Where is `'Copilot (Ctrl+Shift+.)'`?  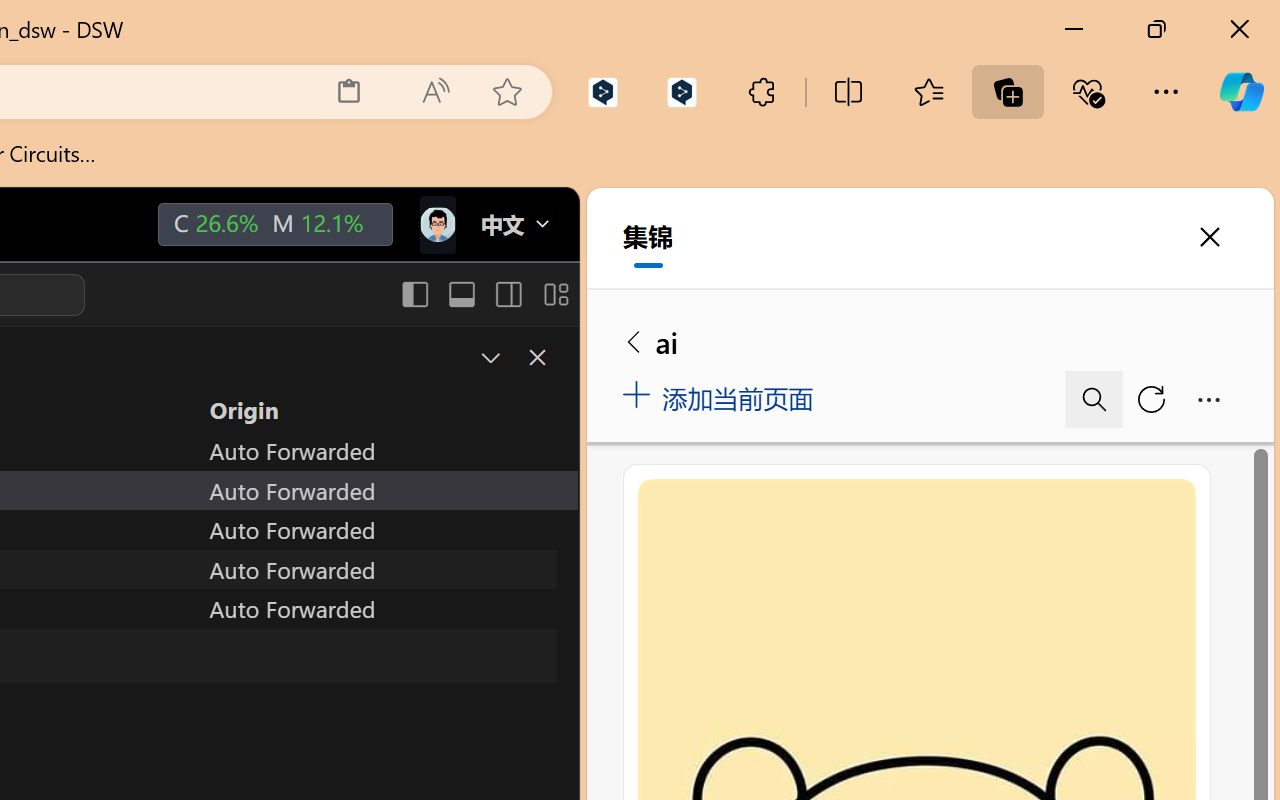
'Copilot (Ctrl+Shift+.)' is located at coordinates (1240, 91).